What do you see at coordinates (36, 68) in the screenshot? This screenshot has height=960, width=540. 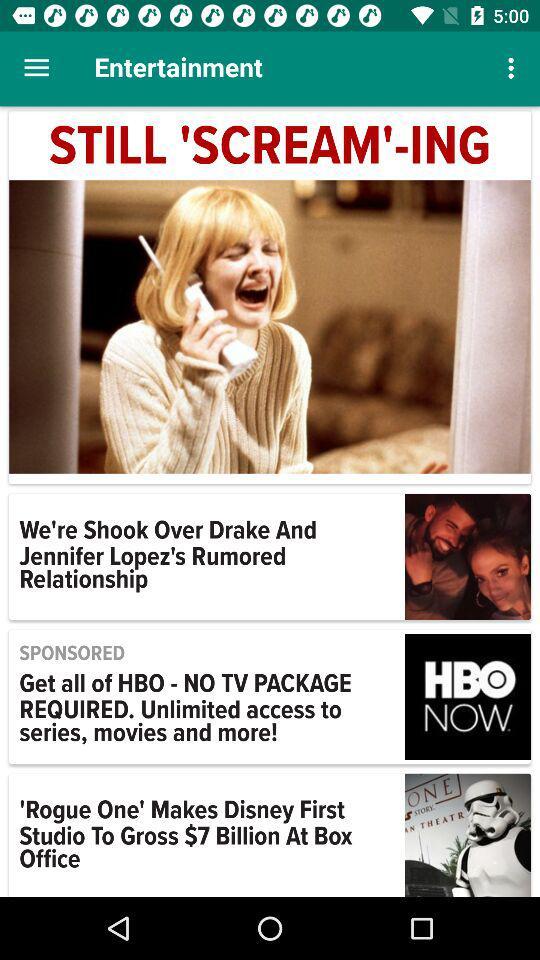 I see `item at the top left corner` at bounding box center [36, 68].